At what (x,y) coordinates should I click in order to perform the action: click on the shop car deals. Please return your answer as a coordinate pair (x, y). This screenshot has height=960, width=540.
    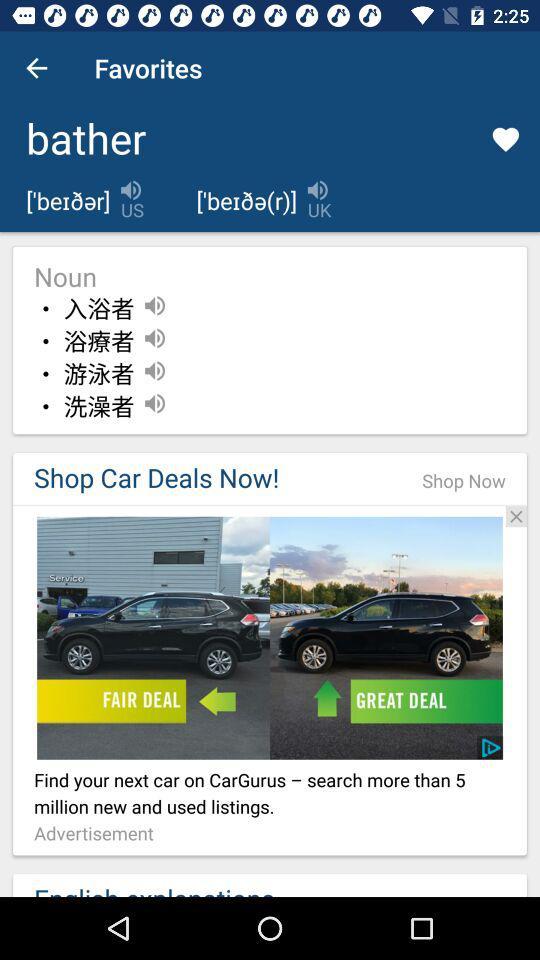
    Looking at the image, I should click on (206, 478).